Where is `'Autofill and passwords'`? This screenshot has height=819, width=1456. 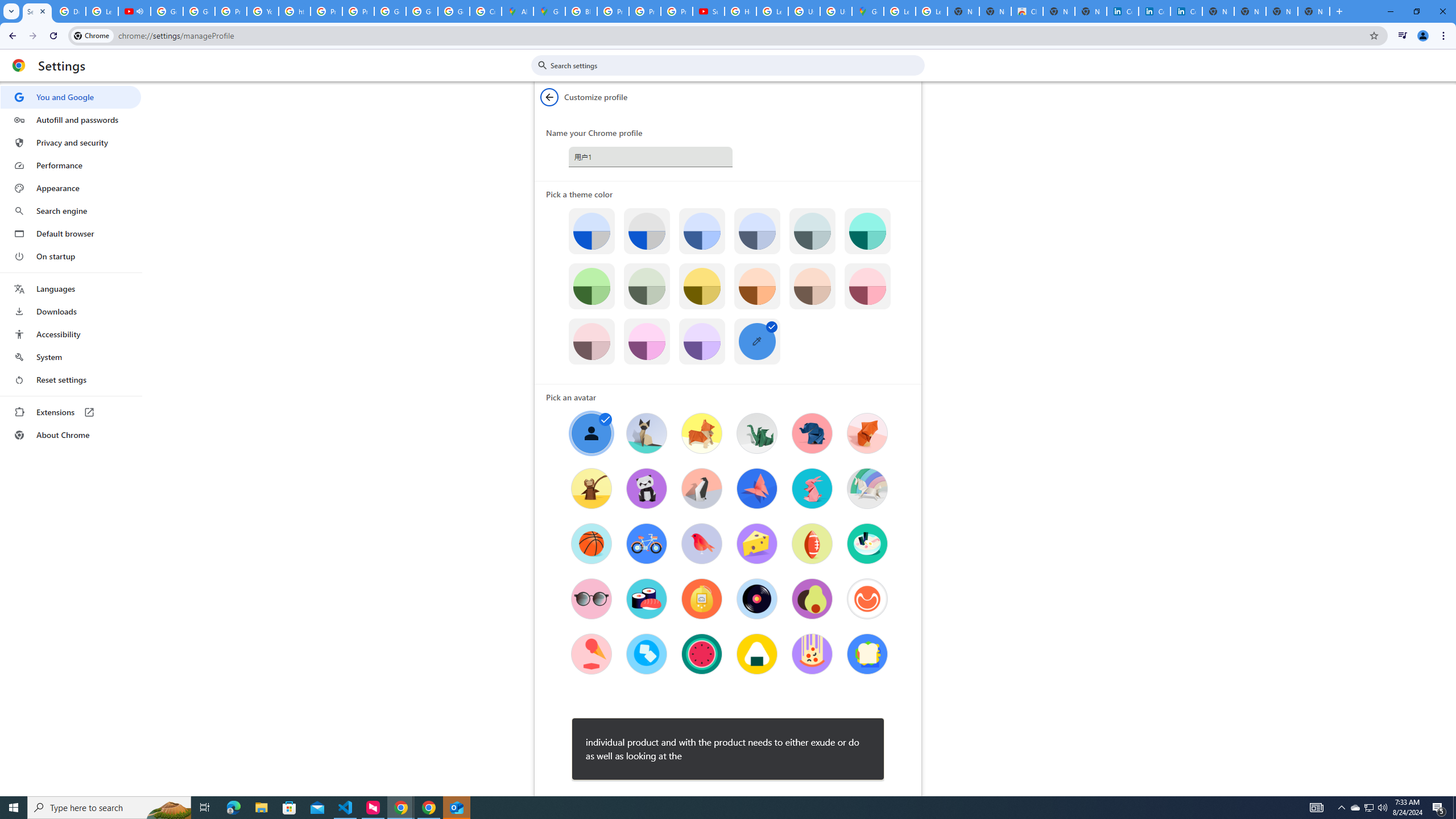
'Autofill and passwords' is located at coordinates (70, 119).